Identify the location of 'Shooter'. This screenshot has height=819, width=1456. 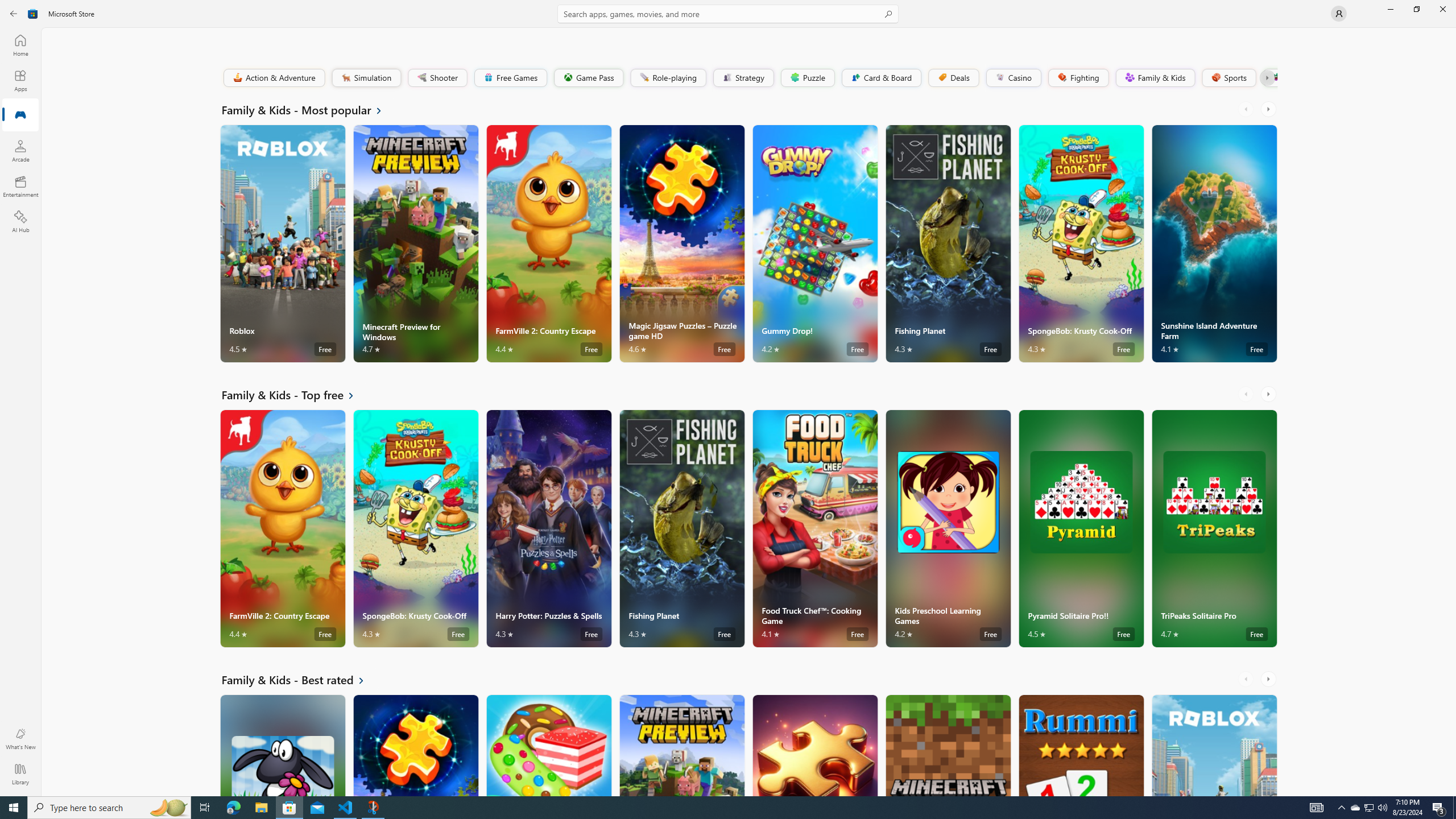
(436, 77).